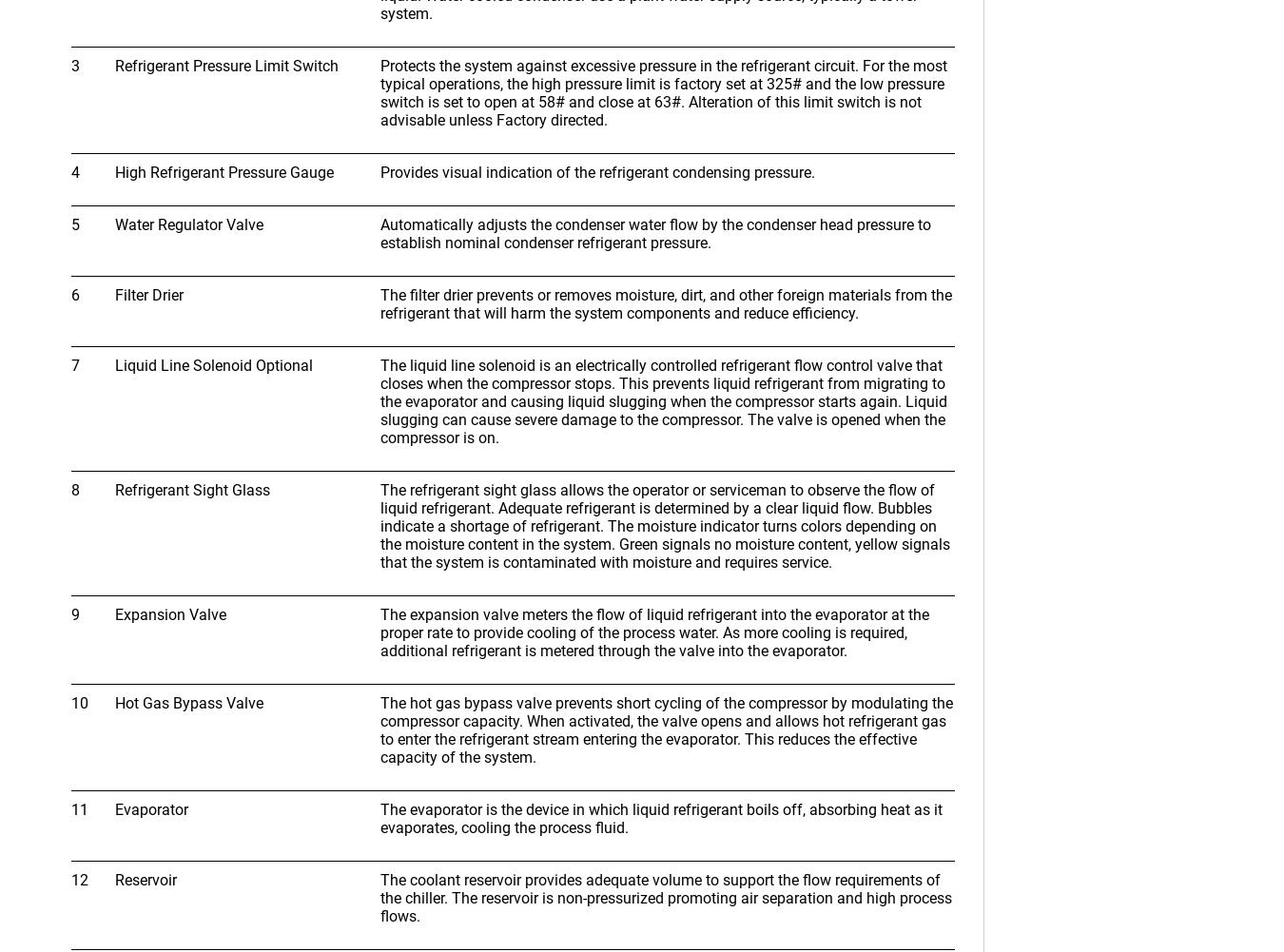  What do you see at coordinates (70, 613) in the screenshot?
I see `'9'` at bounding box center [70, 613].